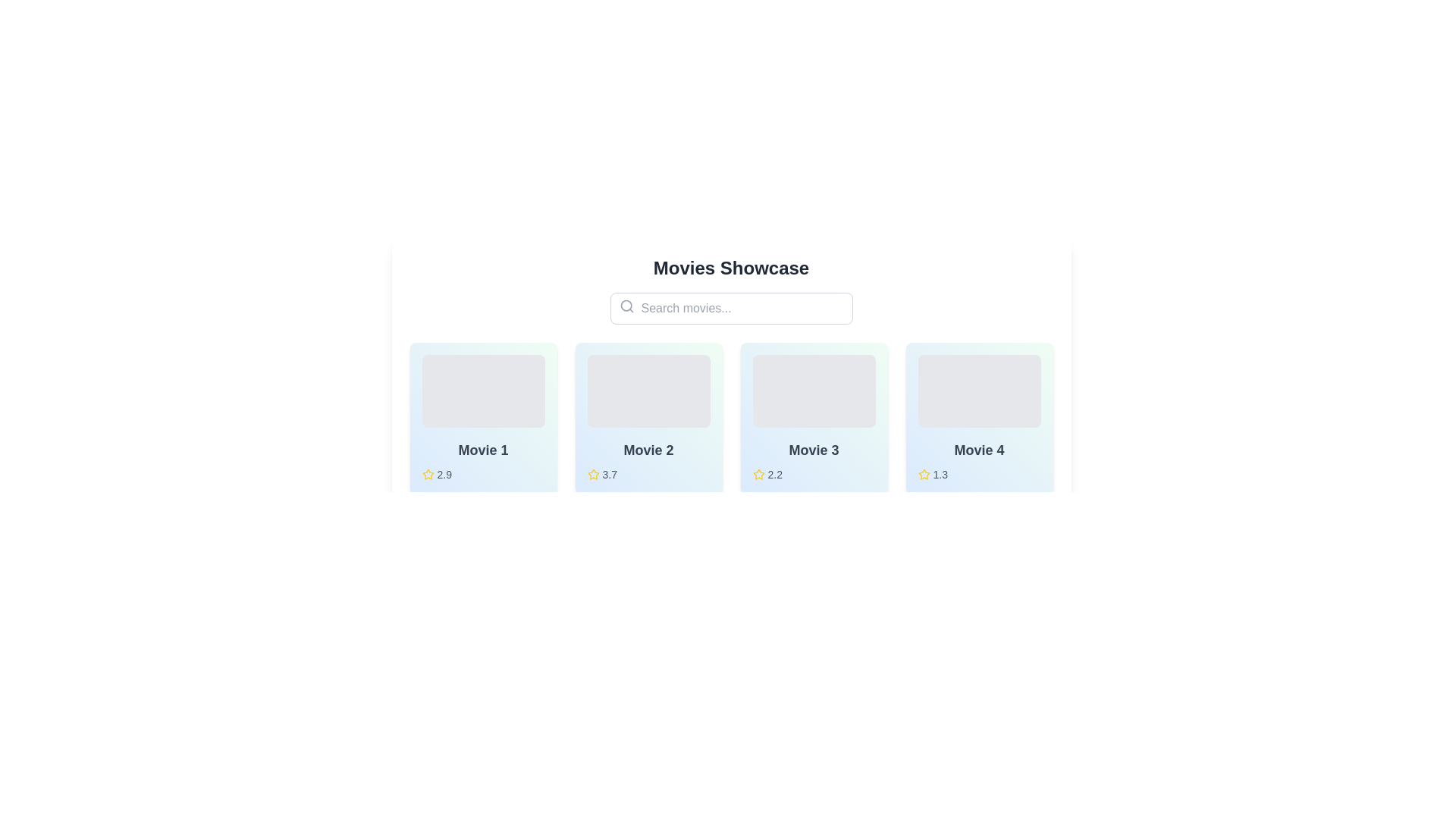 The image size is (1456, 819). What do you see at coordinates (482, 473) in the screenshot?
I see `the displayed rating on the Label with an icon for 'Movie 1', which is located beneath the title in the first card of the list` at bounding box center [482, 473].